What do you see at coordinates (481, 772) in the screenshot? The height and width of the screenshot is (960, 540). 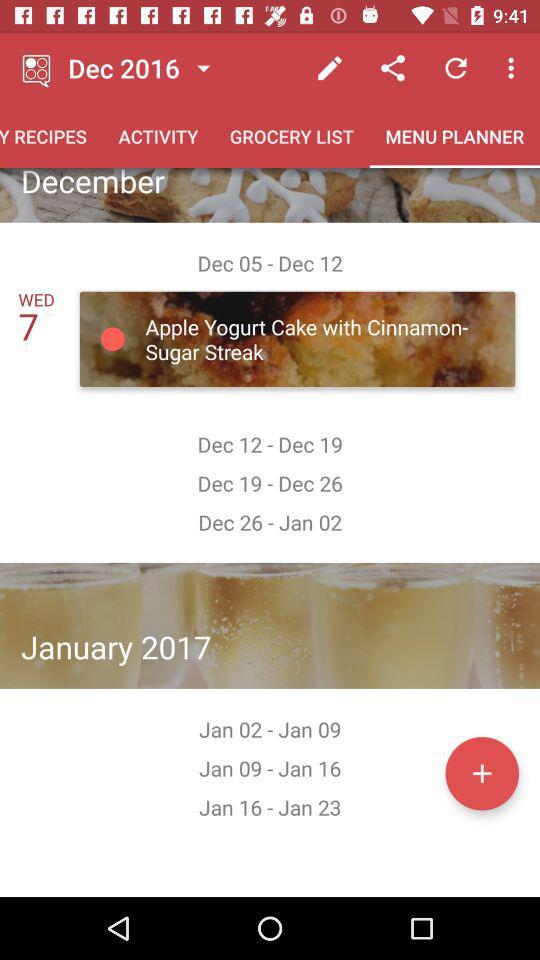 I see `the add icon` at bounding box center [481, 772].